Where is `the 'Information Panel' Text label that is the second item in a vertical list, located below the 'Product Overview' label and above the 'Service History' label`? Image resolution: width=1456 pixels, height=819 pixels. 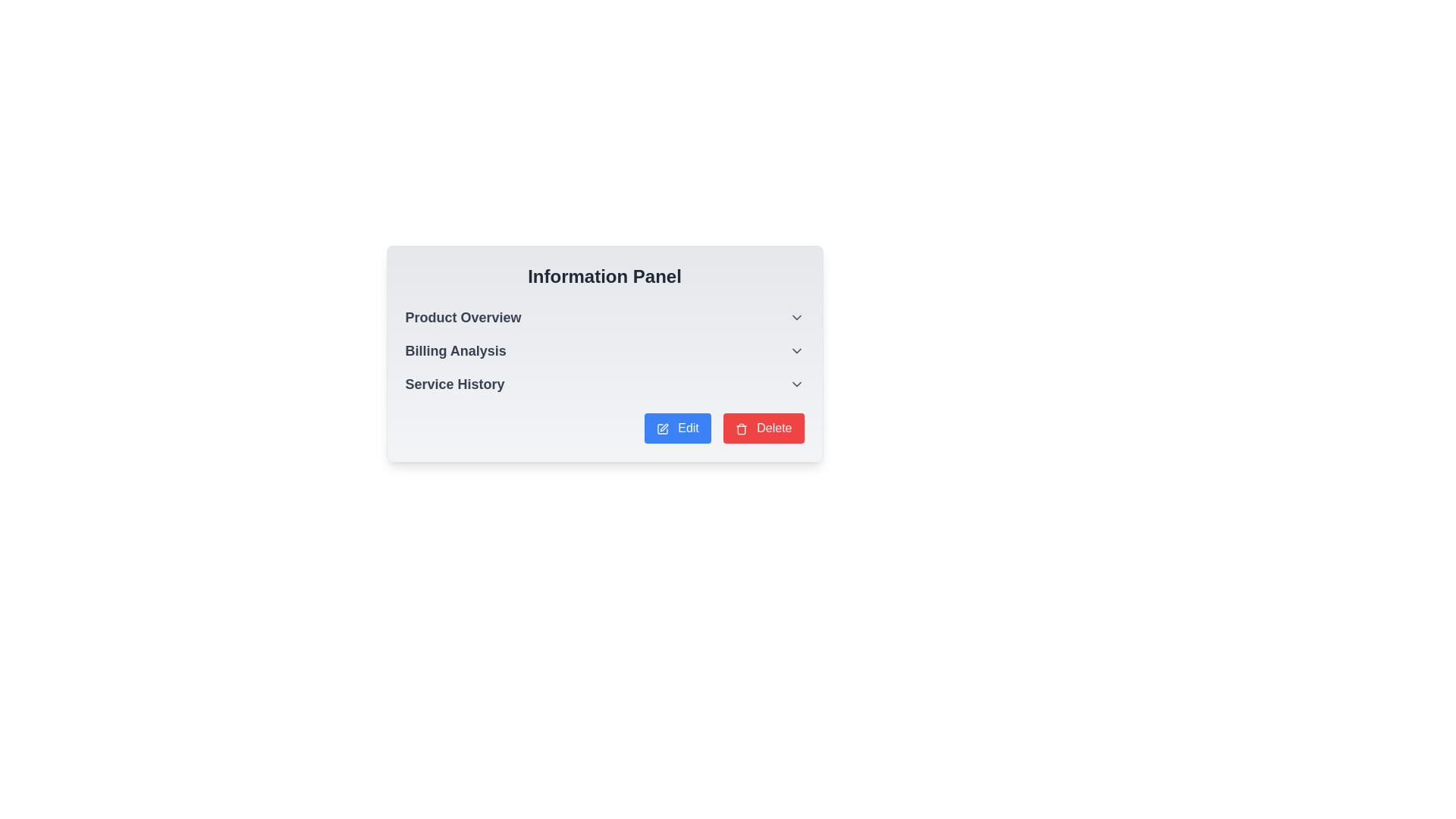
the 'Information Panel' Text label that is the second item in a vertical list, located below the 'Product Overview' label and above the 'Service History' label is located at coordinates (455, 350).